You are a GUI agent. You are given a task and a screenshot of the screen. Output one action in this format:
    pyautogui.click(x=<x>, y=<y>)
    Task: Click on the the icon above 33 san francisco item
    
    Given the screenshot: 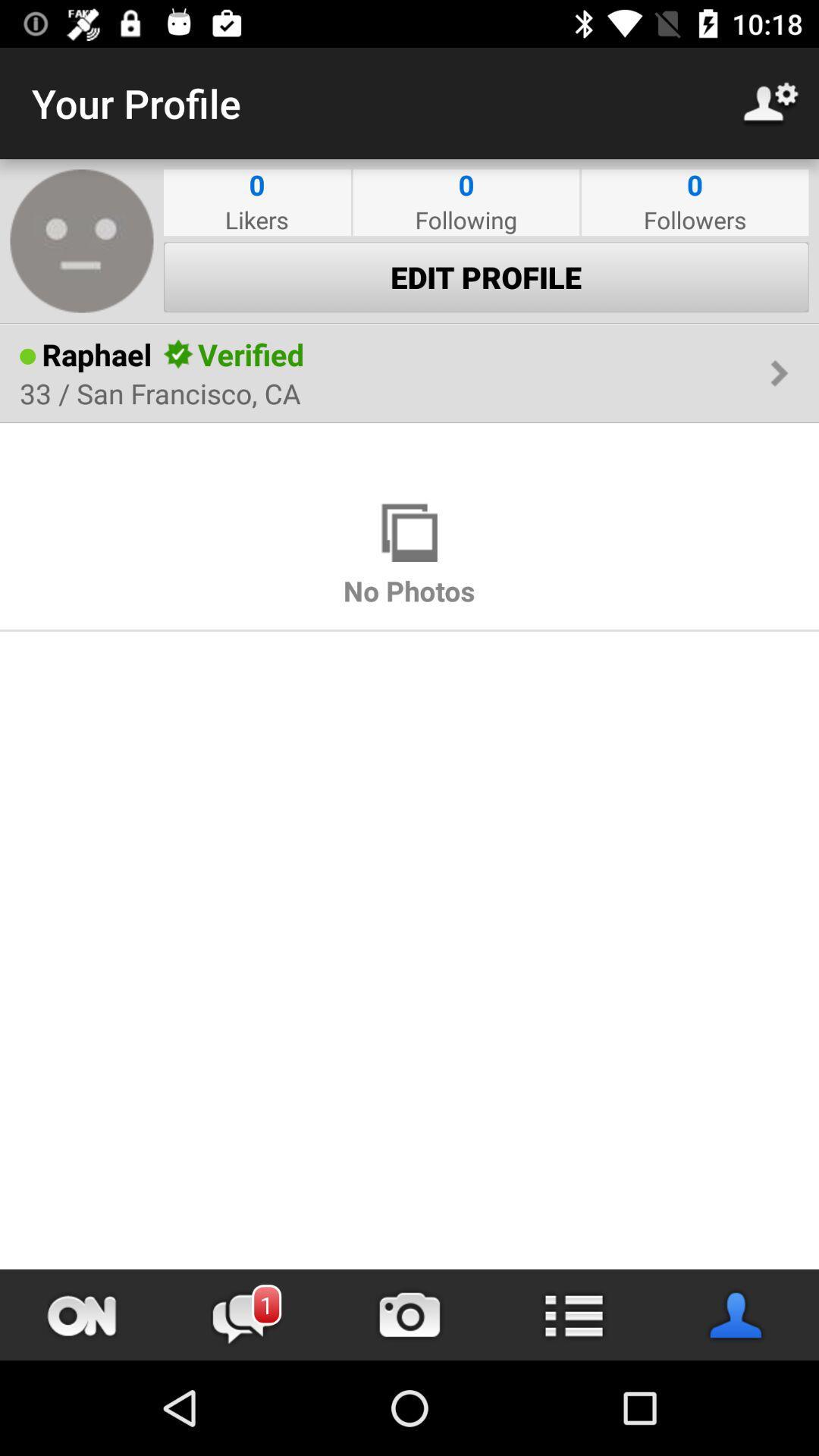 What is the action you would take?
    pyautogui.click(x=250, y=353)
    